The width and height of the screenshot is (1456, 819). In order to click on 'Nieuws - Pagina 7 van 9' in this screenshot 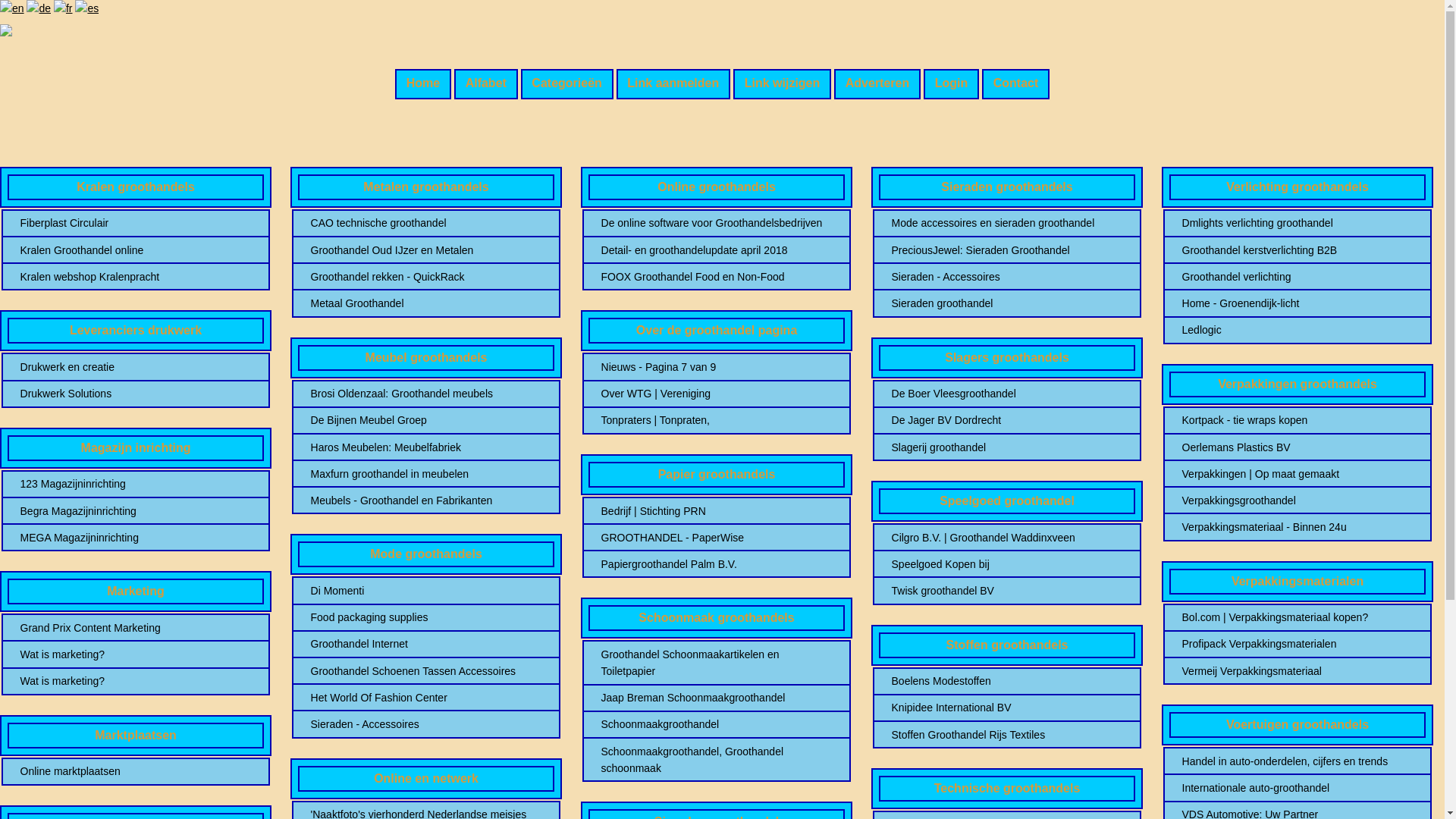, I will do `click(716, 366)`.